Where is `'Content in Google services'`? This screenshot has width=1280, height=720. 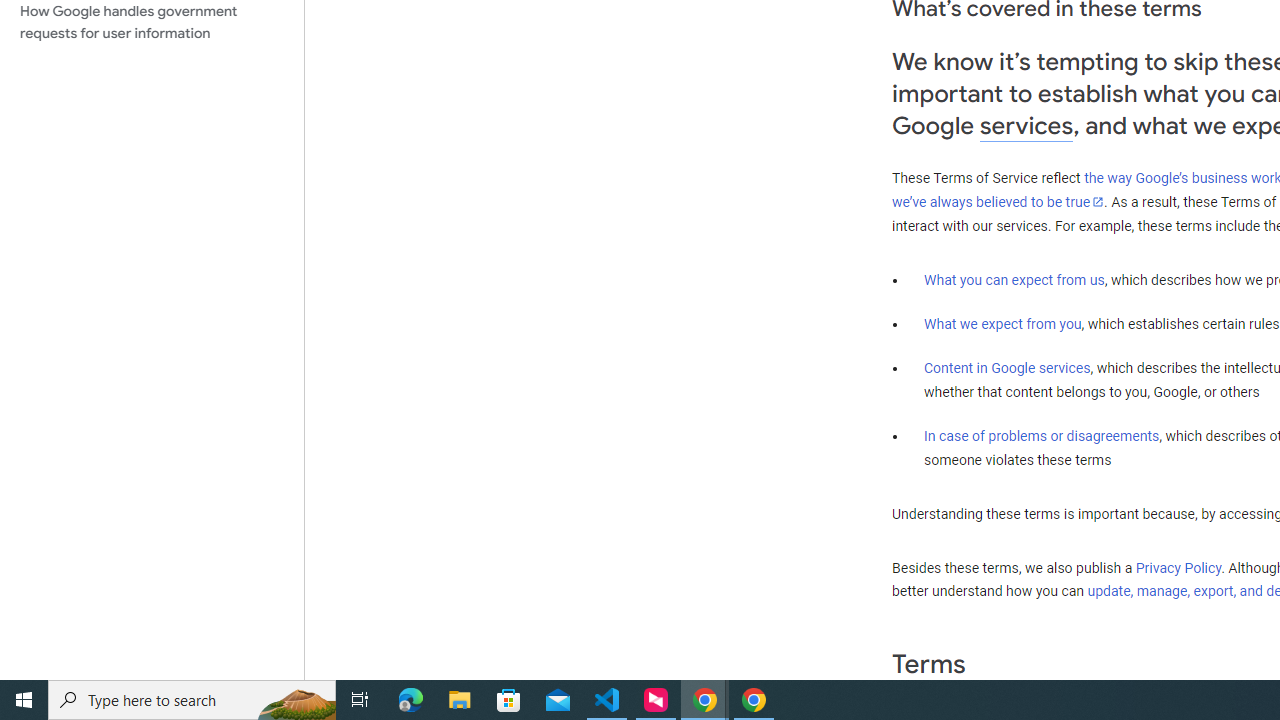
'Content in Google services' is located at coordinates (1007, 368).